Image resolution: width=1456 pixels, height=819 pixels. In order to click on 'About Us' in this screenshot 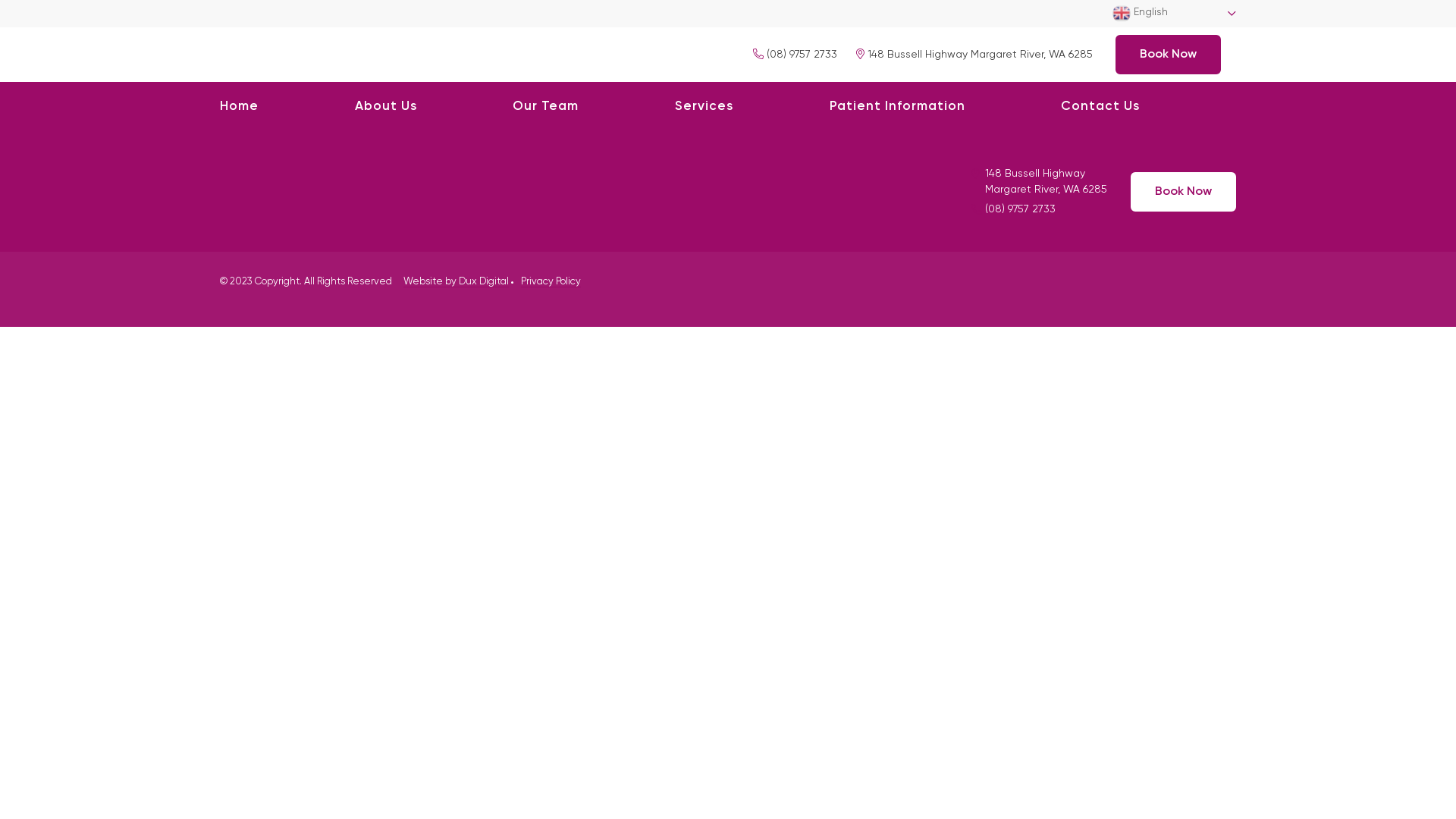, I will do `click(385, 106)`.